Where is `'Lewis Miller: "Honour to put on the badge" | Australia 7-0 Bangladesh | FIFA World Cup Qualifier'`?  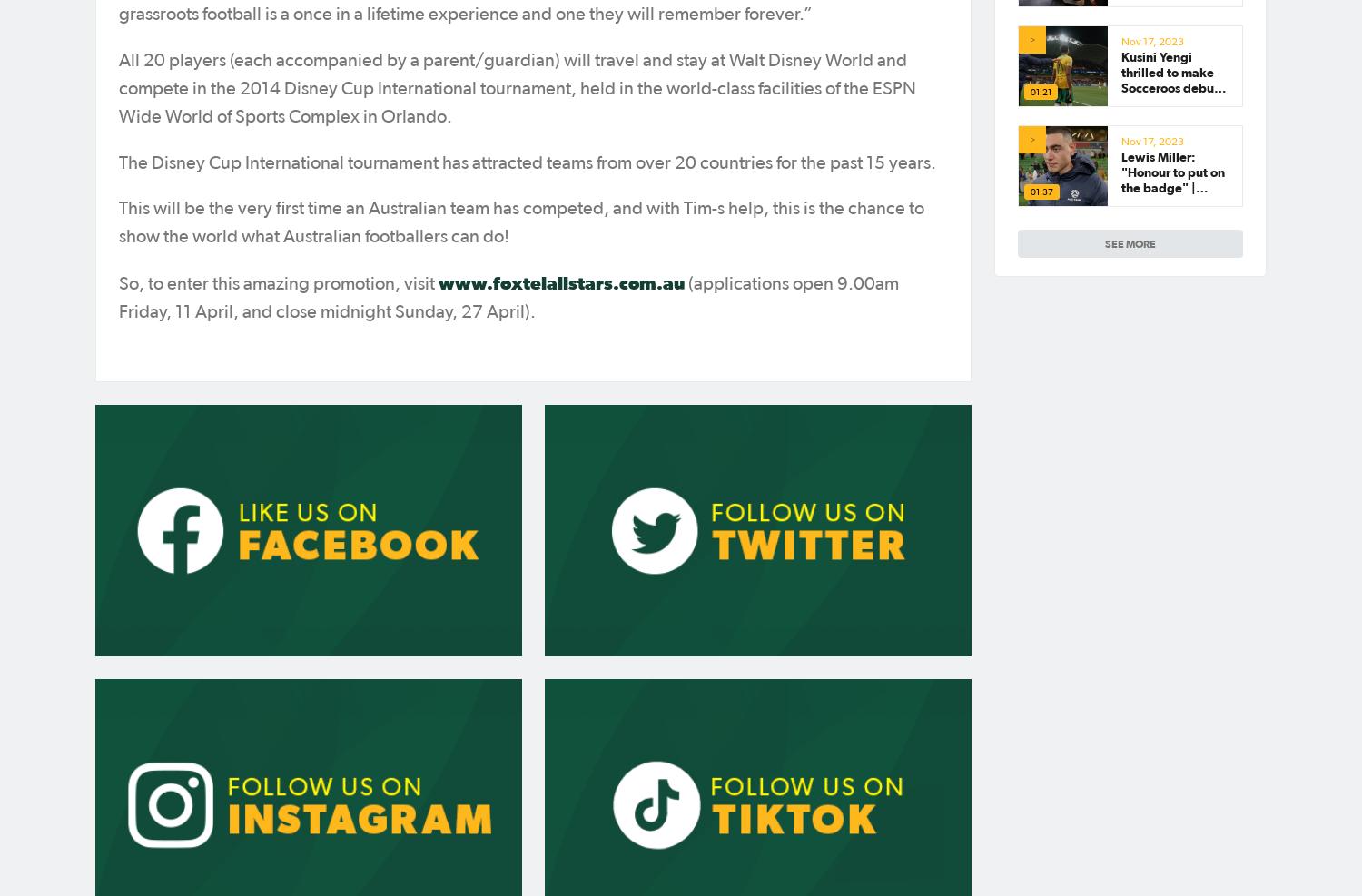 'Lewis Miller: "Honour to put on the badge" | Australia 7-0 Bangladesh | FIFA World Cup Qualifier' is located at coordinates (1120, 202).